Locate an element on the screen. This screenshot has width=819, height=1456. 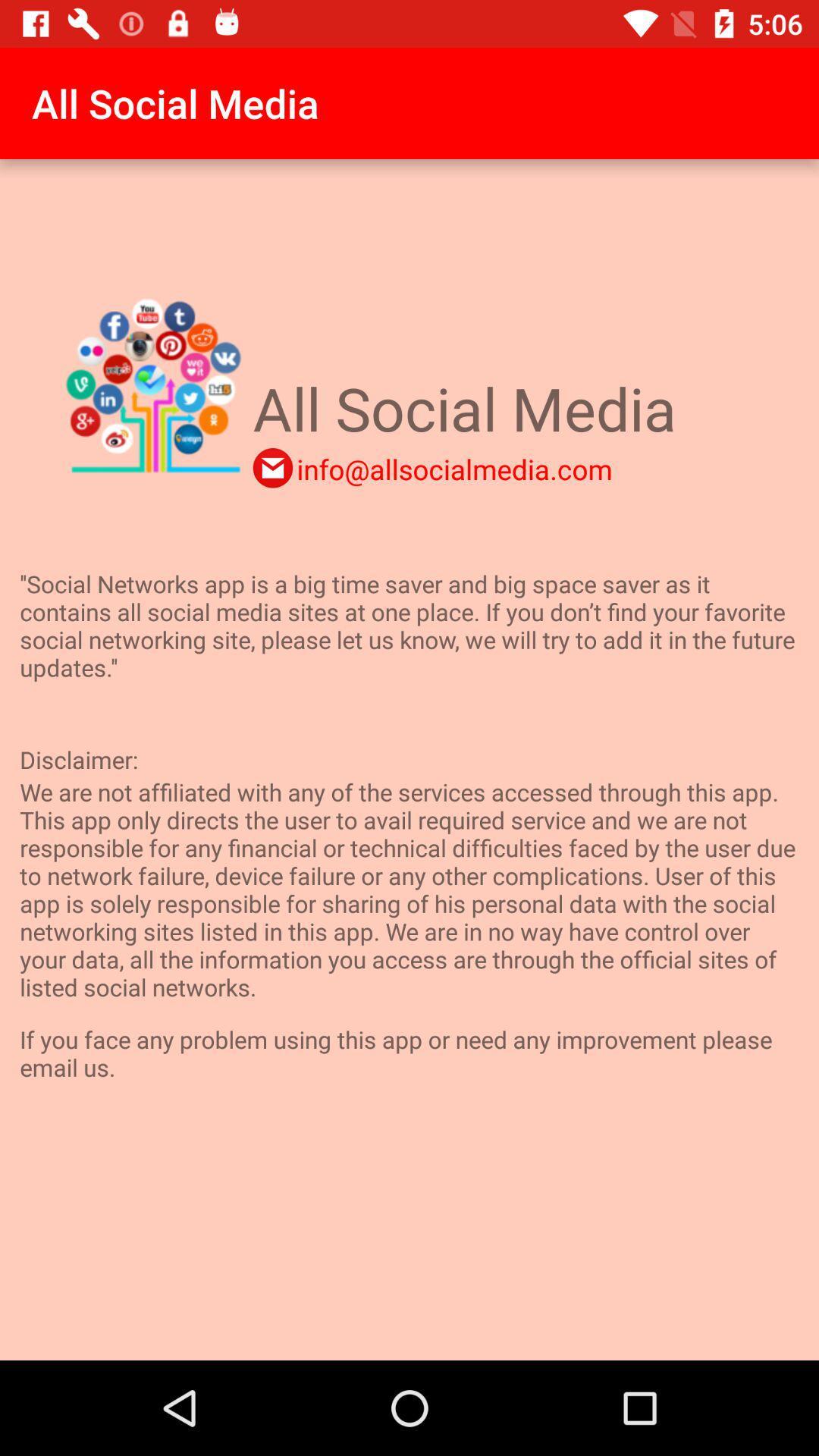
the info@allsocialmedia.com item is located at coordinates (453, 468).